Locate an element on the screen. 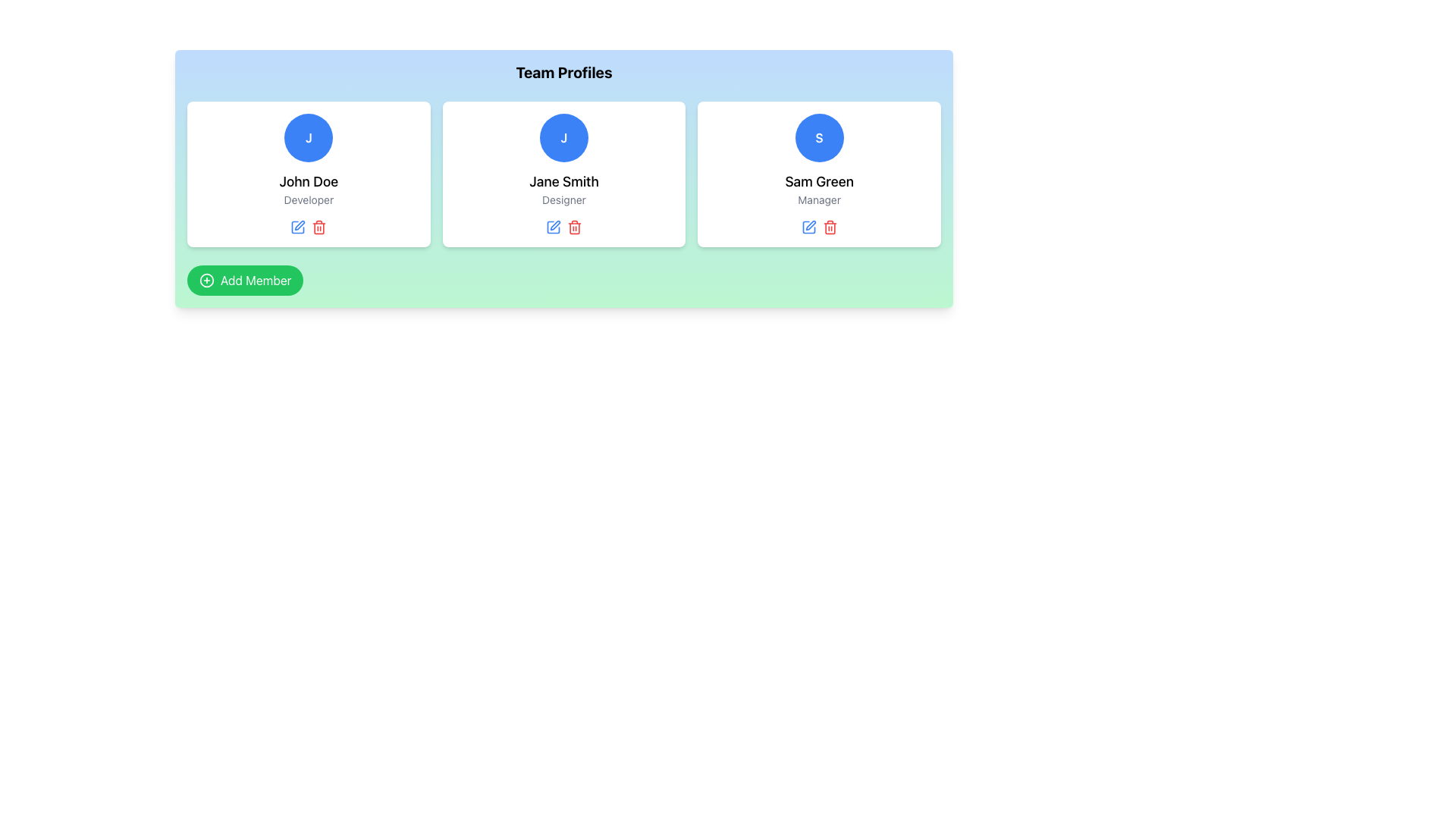  the circular profile icon with a blue background and white 'S' text, located above the name 'Sam Green' in the 'Team Profiles' section is located at coordinates (818, 137).